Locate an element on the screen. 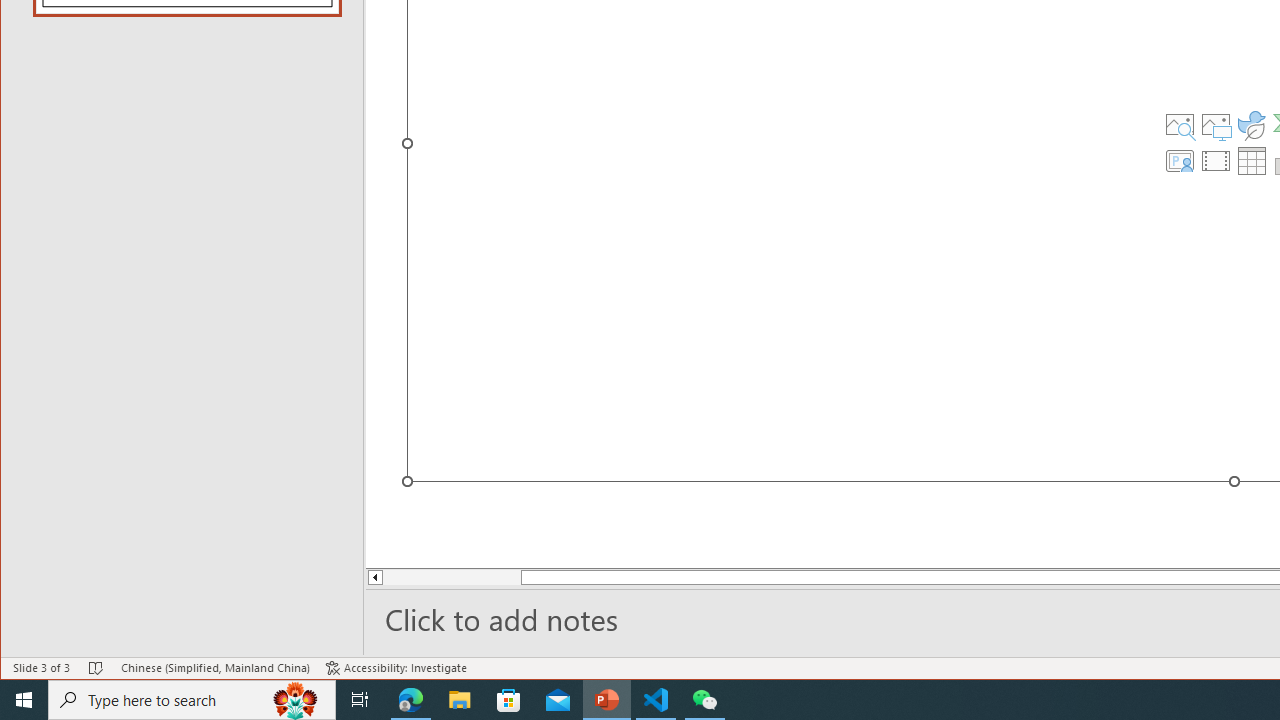 Image resolution: width=1280 pixels, height=720 pixels. 'Task View' is located at coordinates (359, 698).